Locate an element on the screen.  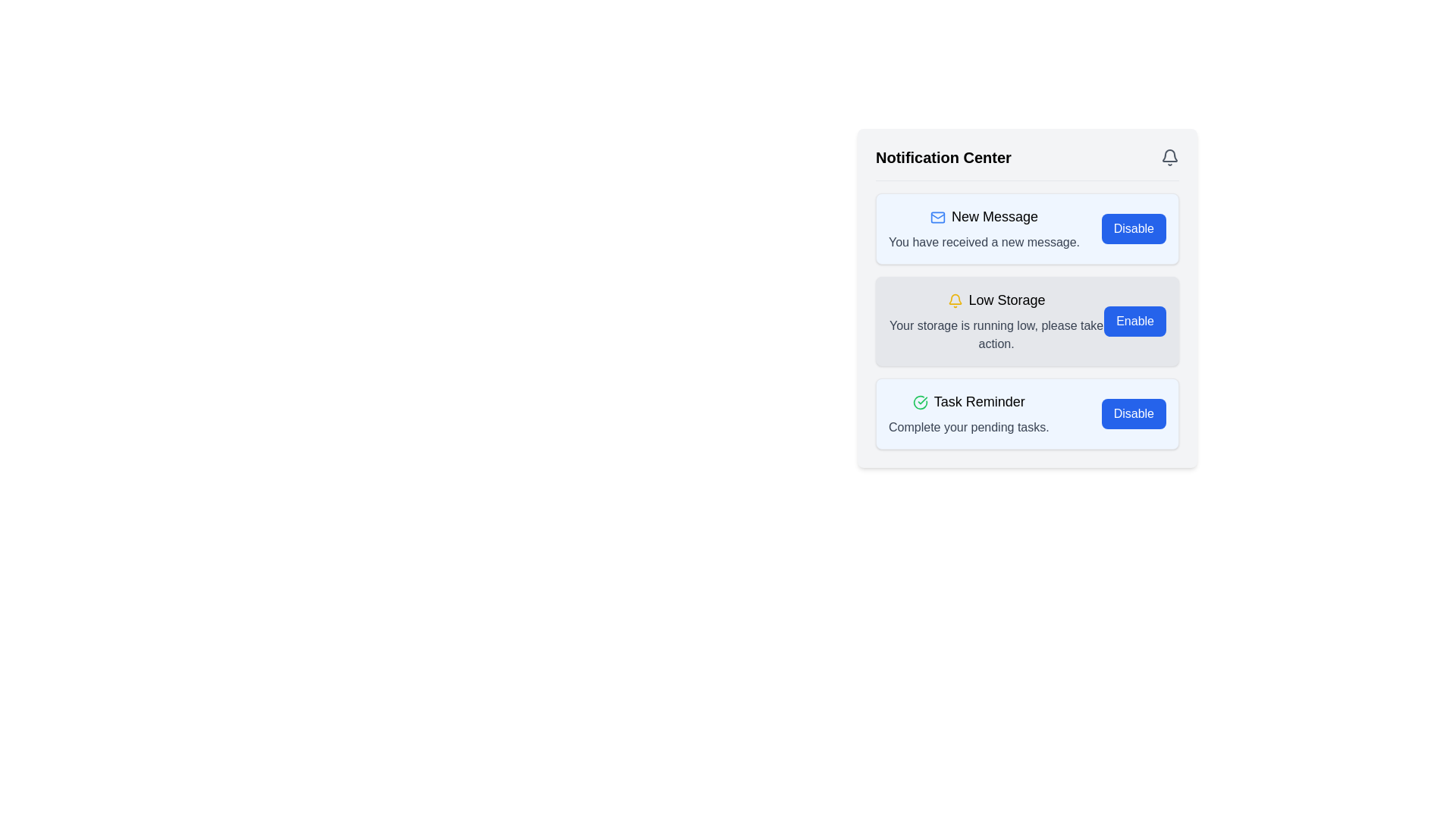
the text label that reads 'Your storage is running low, please take action.' located in the 'Low Storage' notification card, directly below the 'Low Storage' title and above the 'Enable' button is located at coordinates (996, 334).